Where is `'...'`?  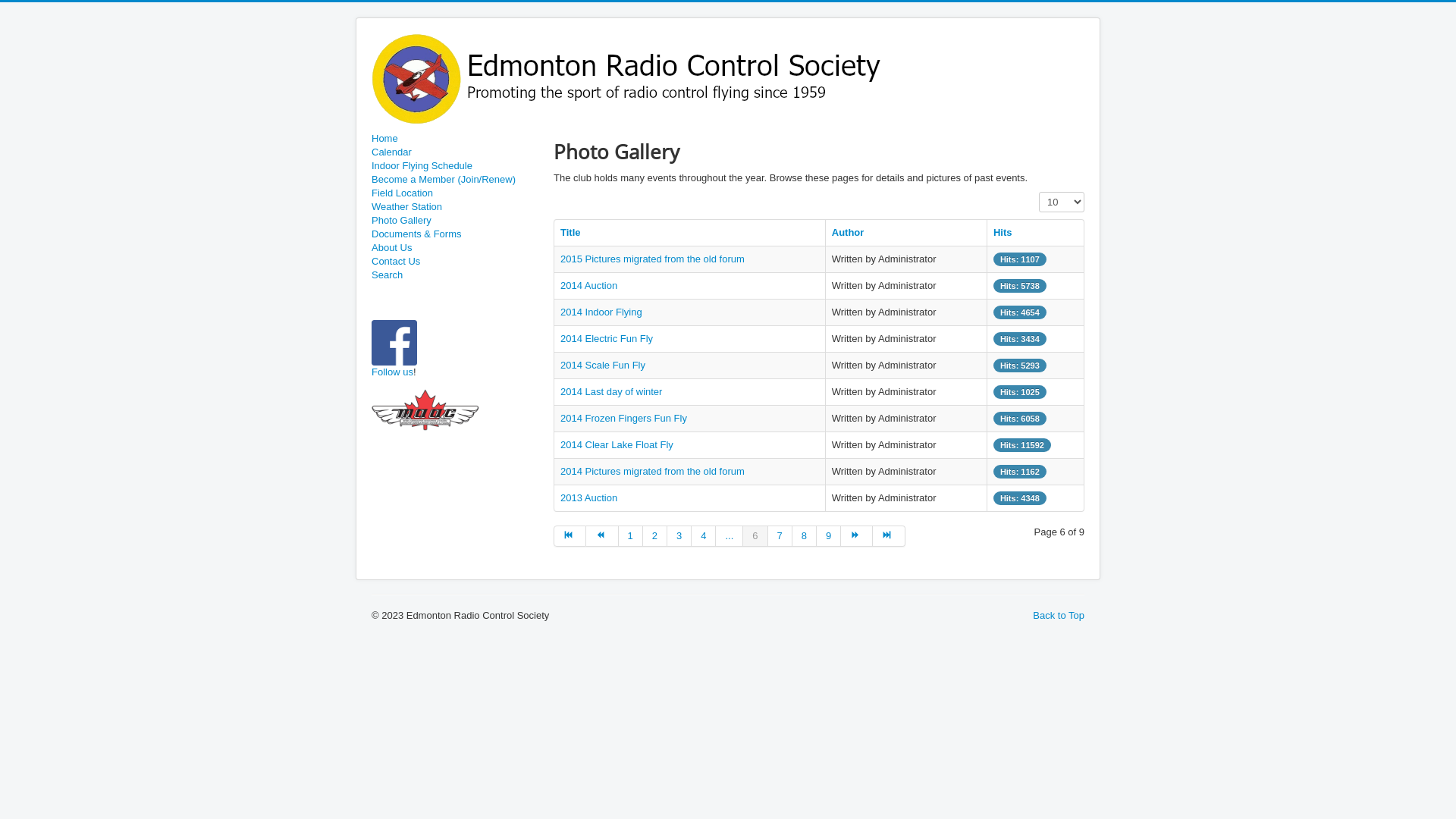 '...' is located at coordinates (729, 535).